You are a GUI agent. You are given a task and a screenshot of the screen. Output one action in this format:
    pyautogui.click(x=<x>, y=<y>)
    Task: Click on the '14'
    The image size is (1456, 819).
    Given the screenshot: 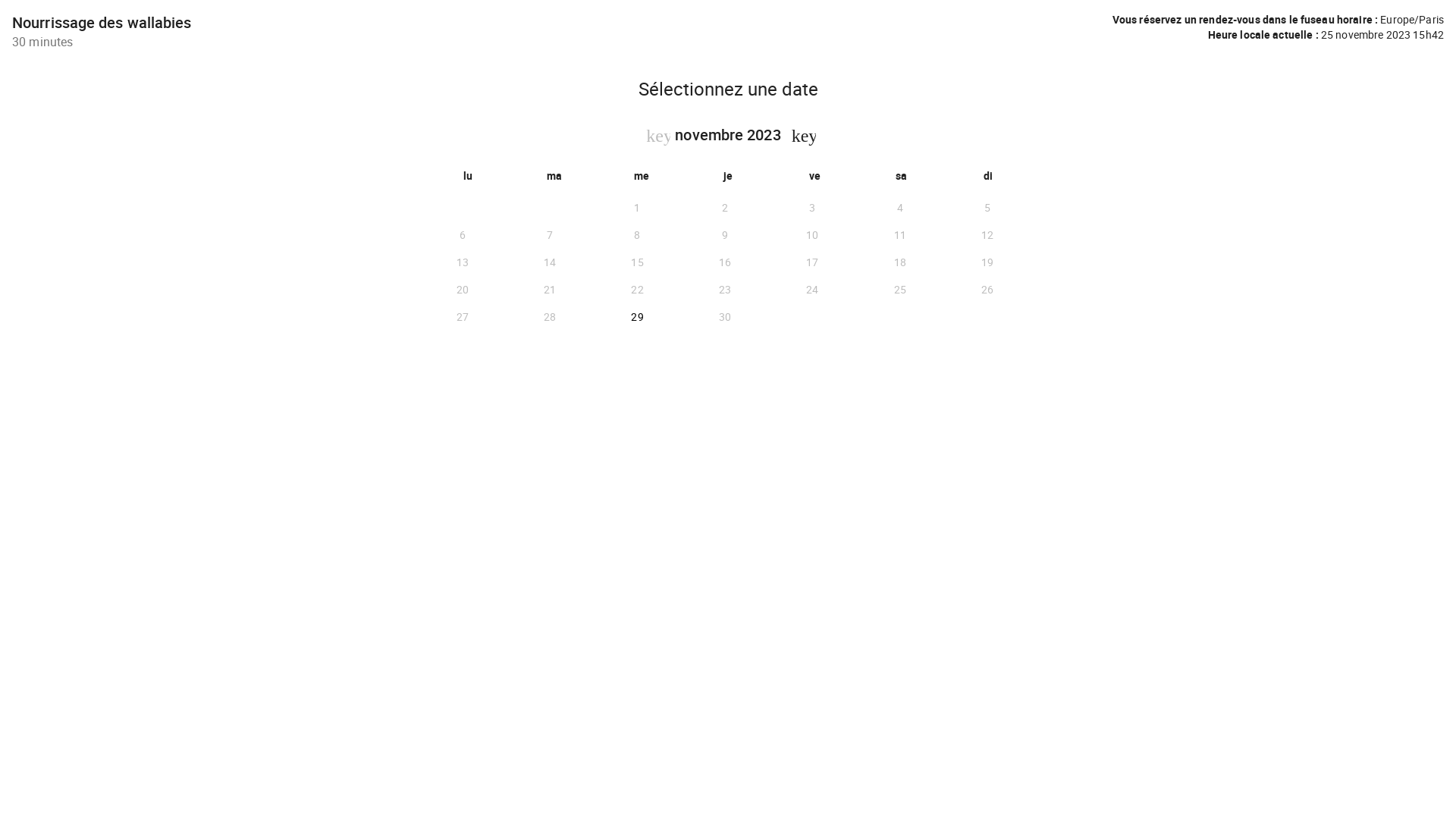 What is the action you would take?
    pyautogui.click(x=548, y=262)
    